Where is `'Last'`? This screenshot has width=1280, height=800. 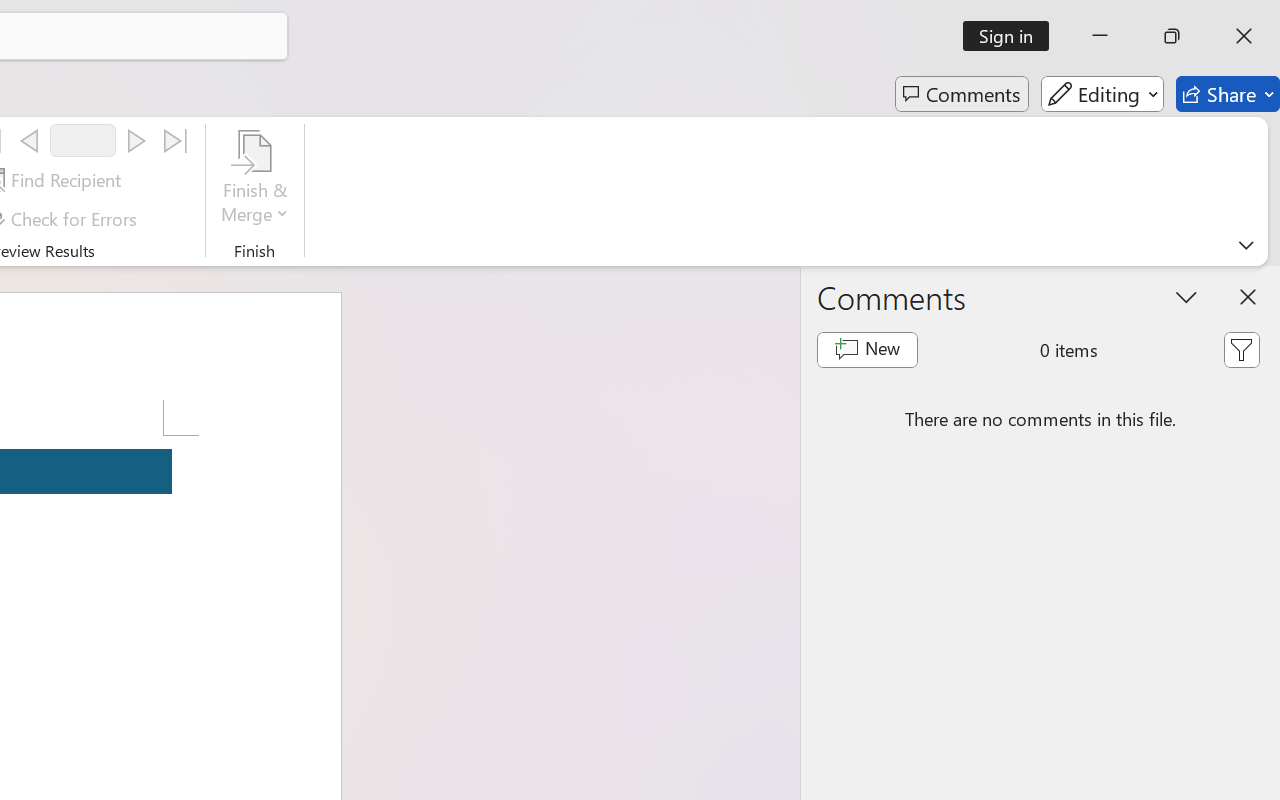
'Last' is located at coordinates (176, 141).